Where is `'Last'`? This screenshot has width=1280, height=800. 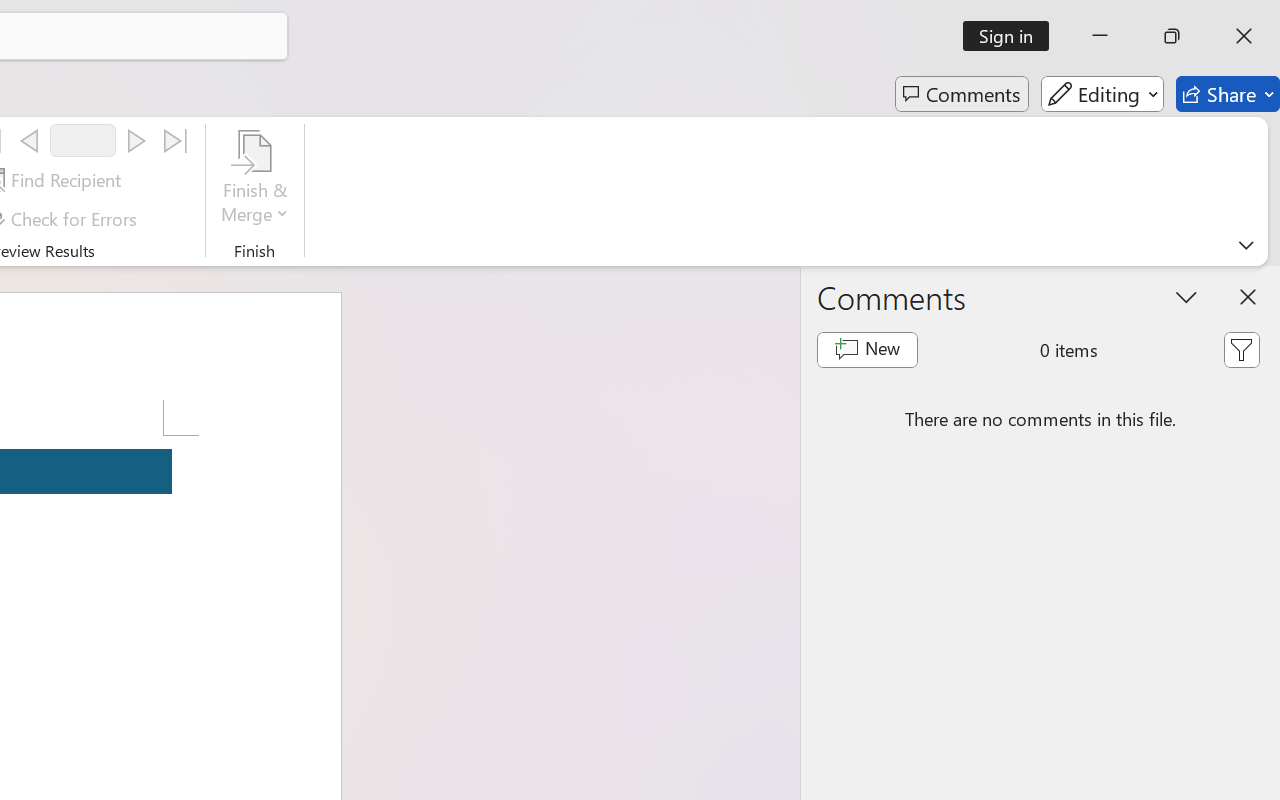
'Last' is located at coordinates (176, 141).